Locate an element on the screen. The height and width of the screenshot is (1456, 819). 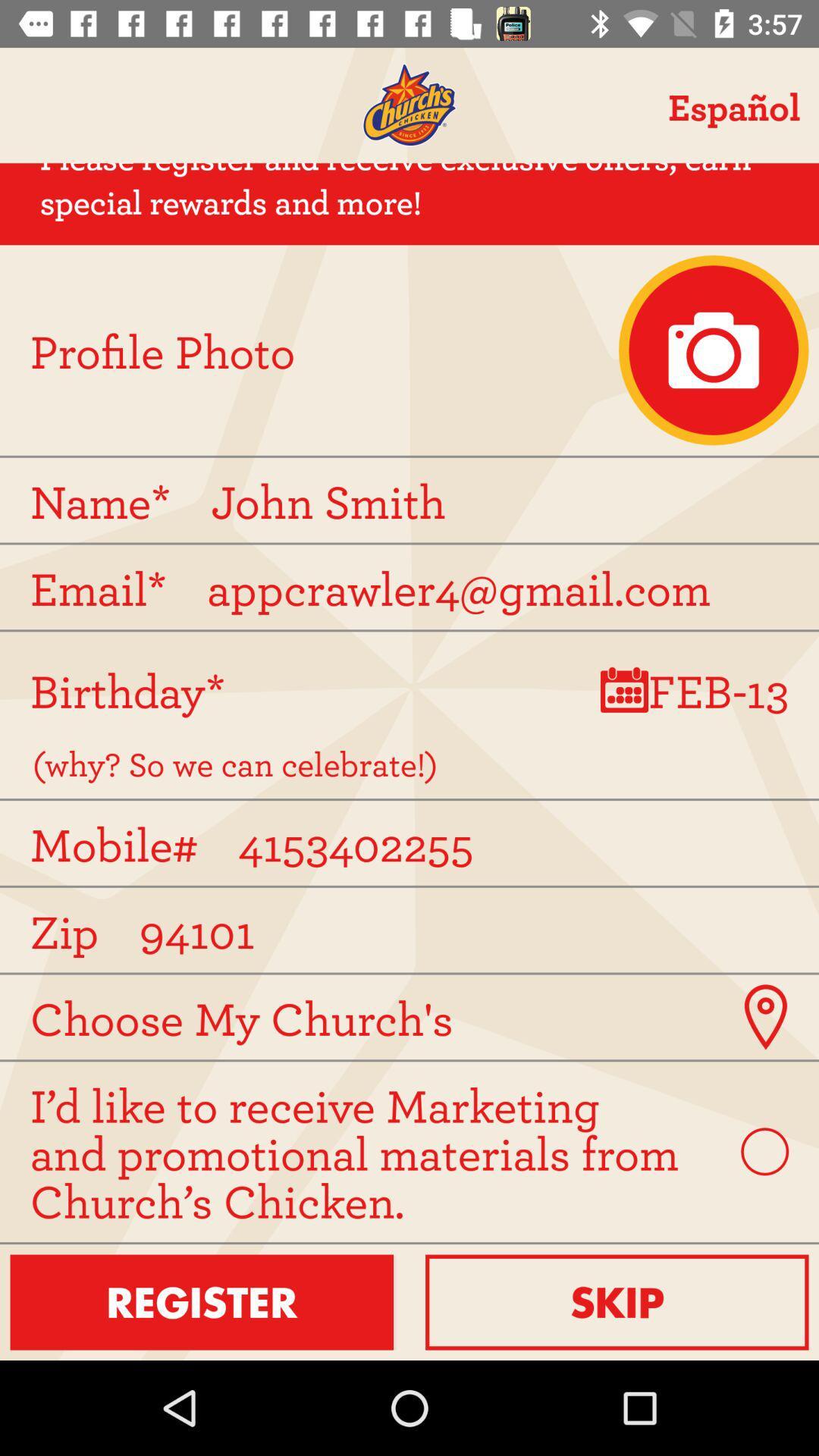
the location icon is located at coordinates (765, 1017).